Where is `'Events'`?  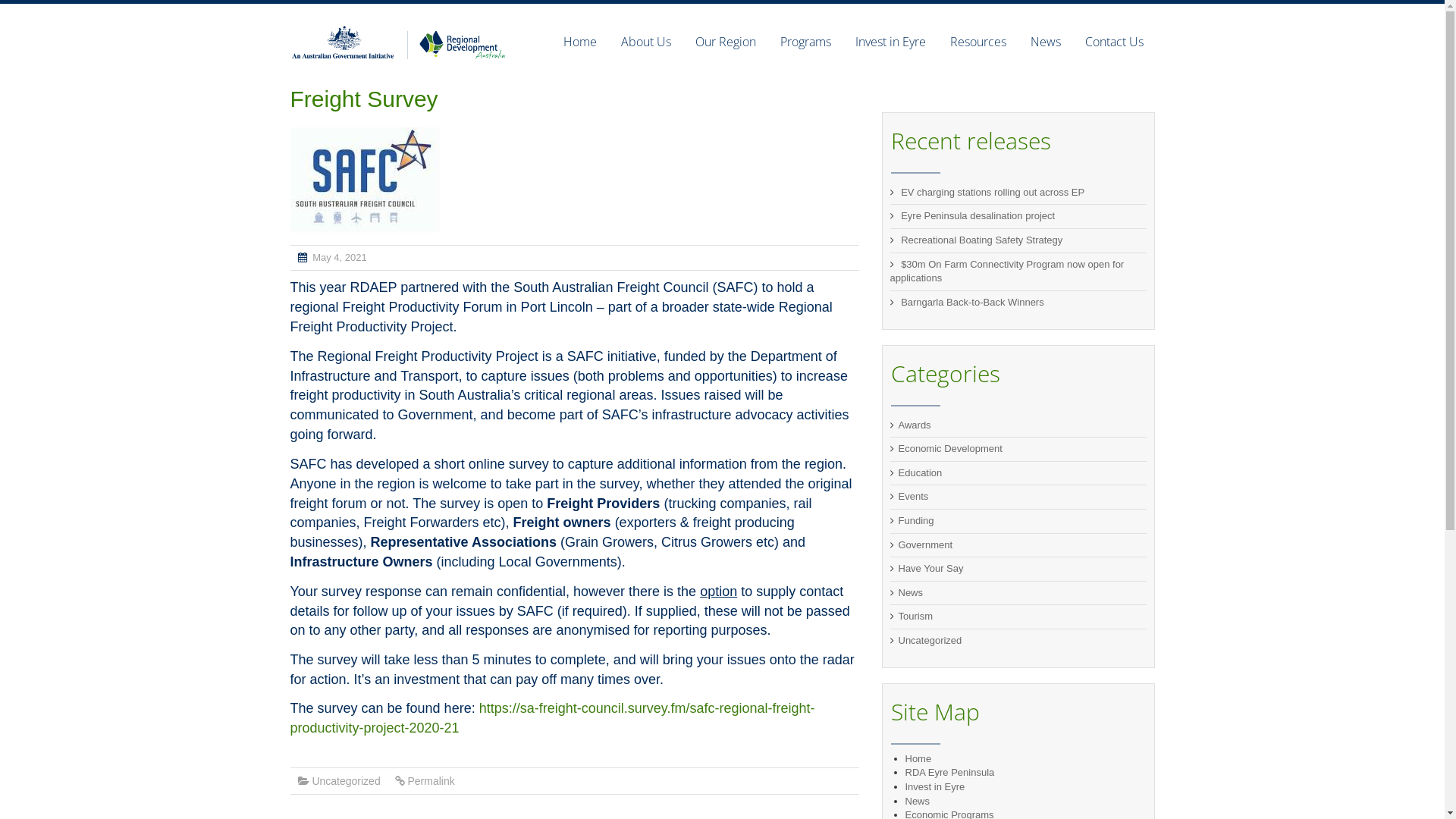
'Events' is located at coordinates (912, 496).